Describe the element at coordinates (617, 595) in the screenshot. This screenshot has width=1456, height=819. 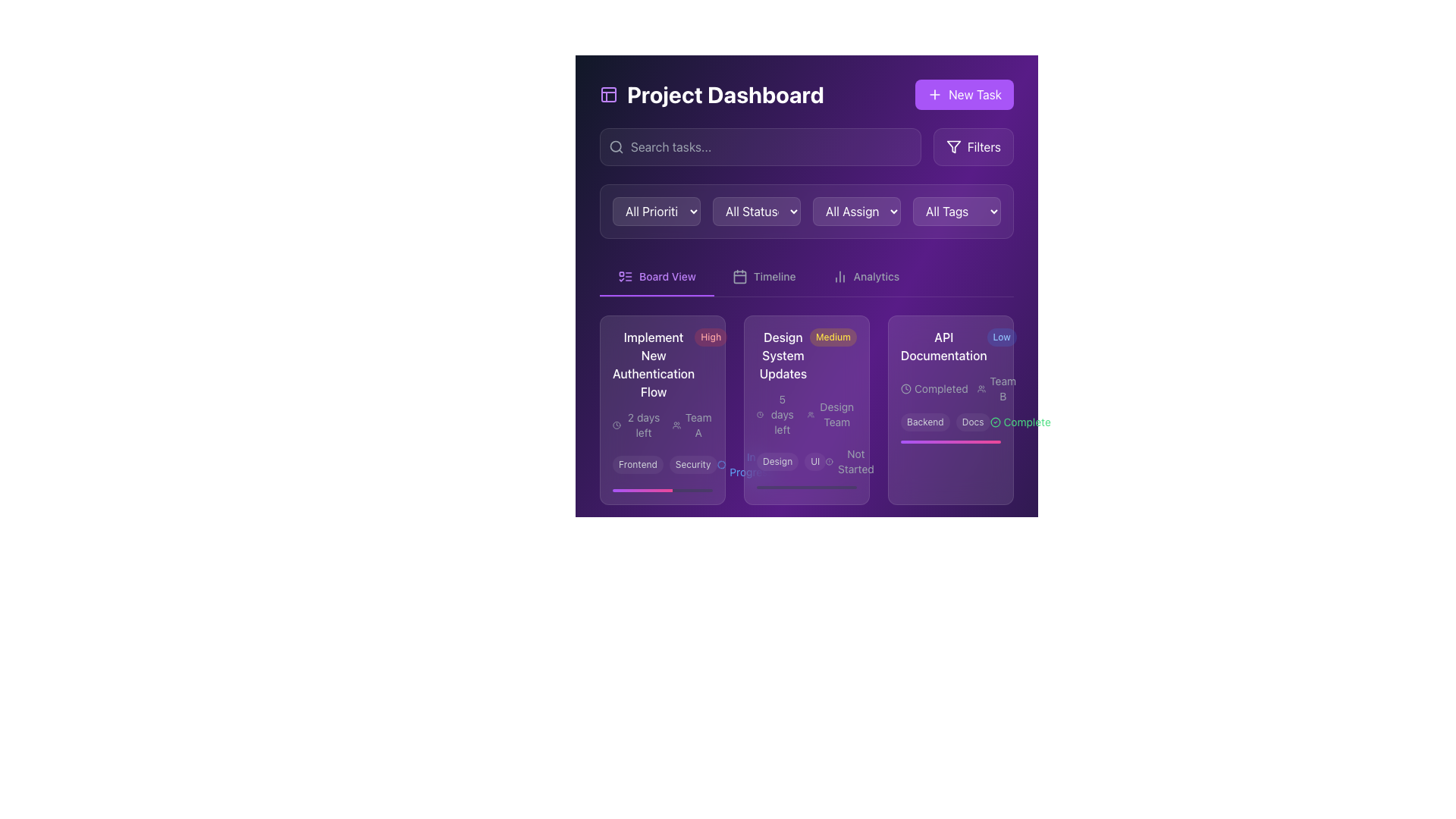
I see `the decorative circle element that is part of the clock design within the dashboard interface` at that location.